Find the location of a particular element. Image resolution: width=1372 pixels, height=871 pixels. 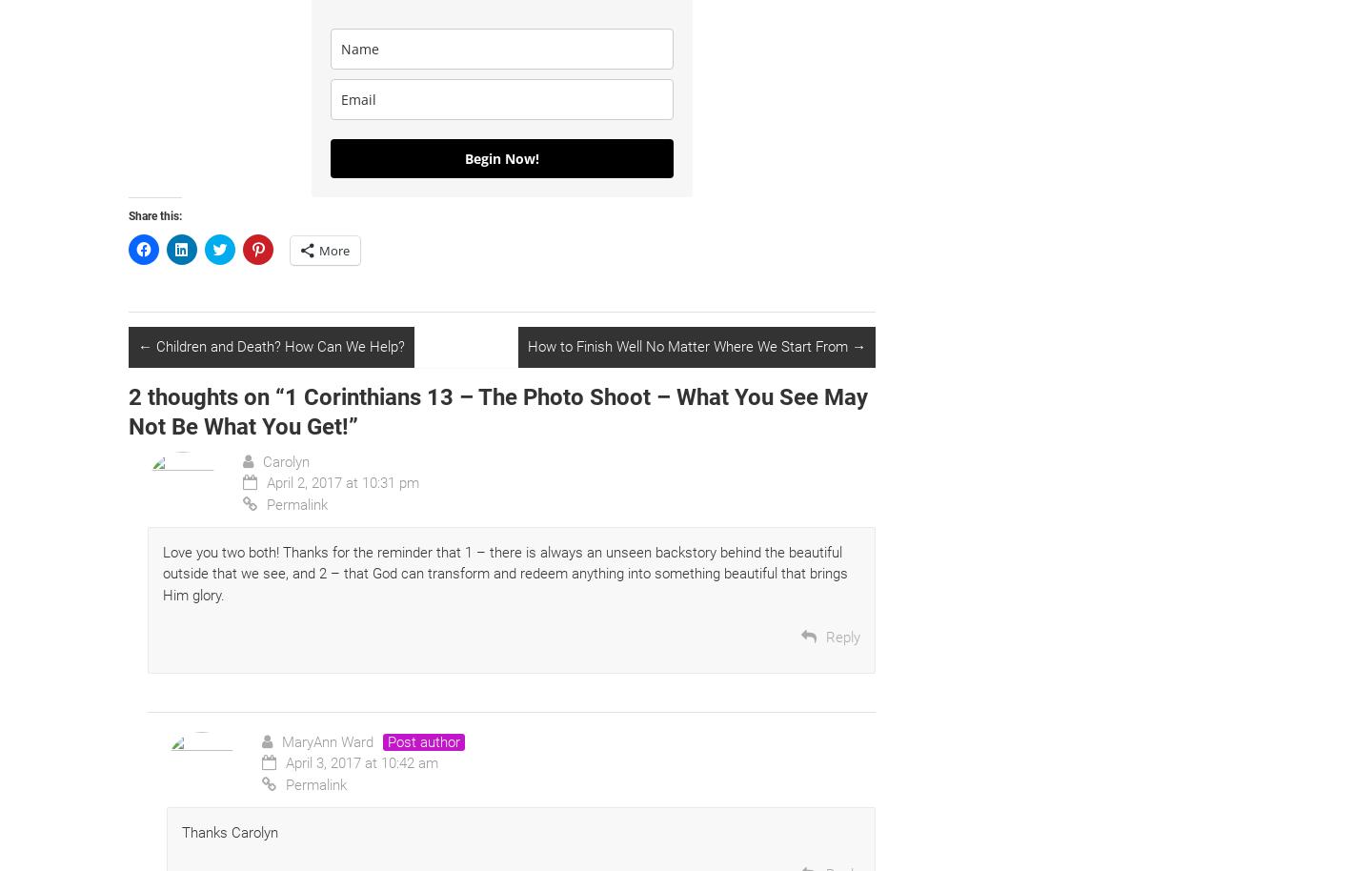

'MaryAnn Ward' is located at coordinates (328, 740).